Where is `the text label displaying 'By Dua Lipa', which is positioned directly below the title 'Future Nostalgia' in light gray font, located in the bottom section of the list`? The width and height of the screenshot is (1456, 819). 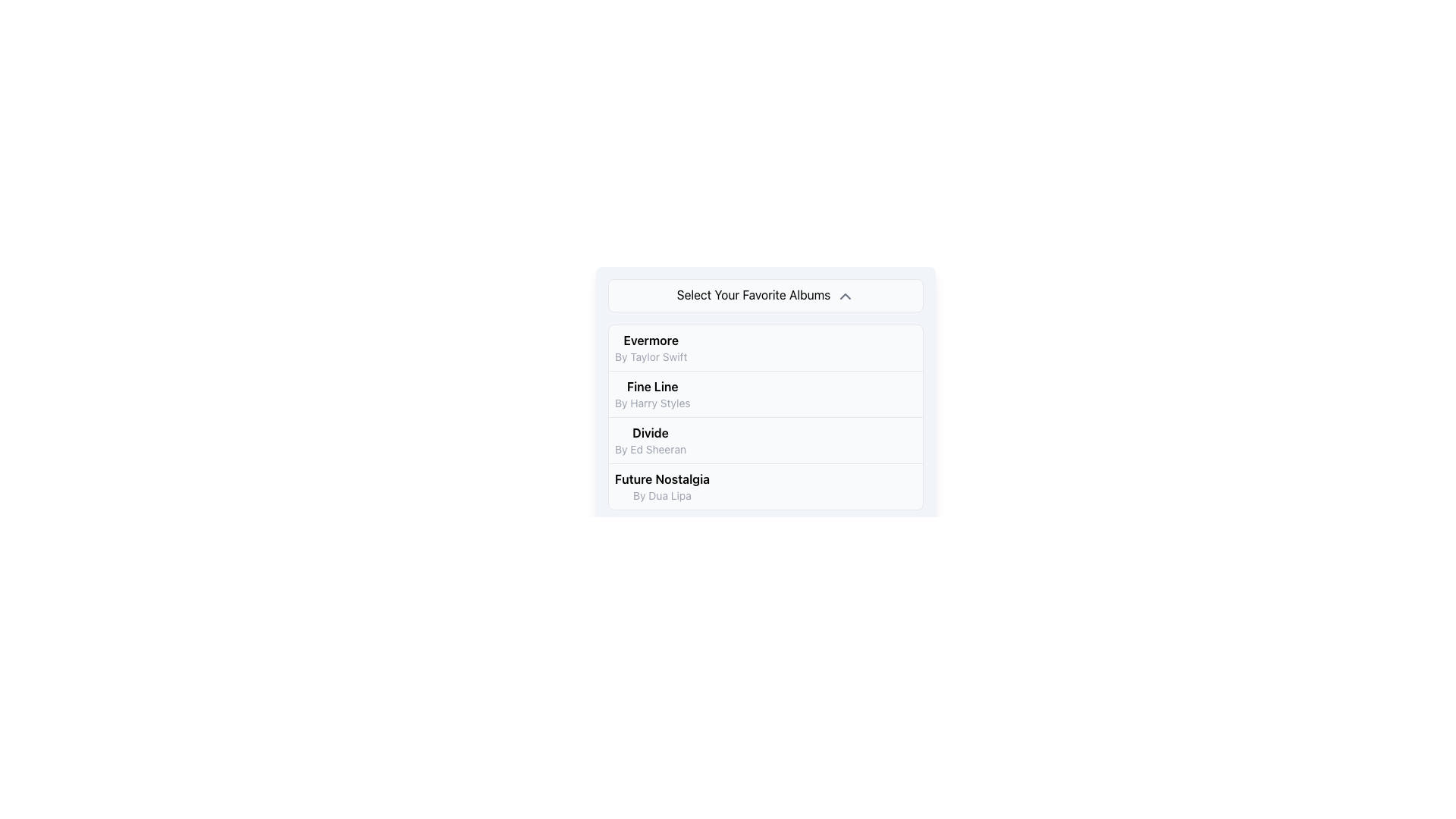 the text label displaying 'By Dua Lipa', which is positioned directly below the title 'Future Nostalgia' in light gray font, located in the bottom section of the list is located at coordinates (662, 495).